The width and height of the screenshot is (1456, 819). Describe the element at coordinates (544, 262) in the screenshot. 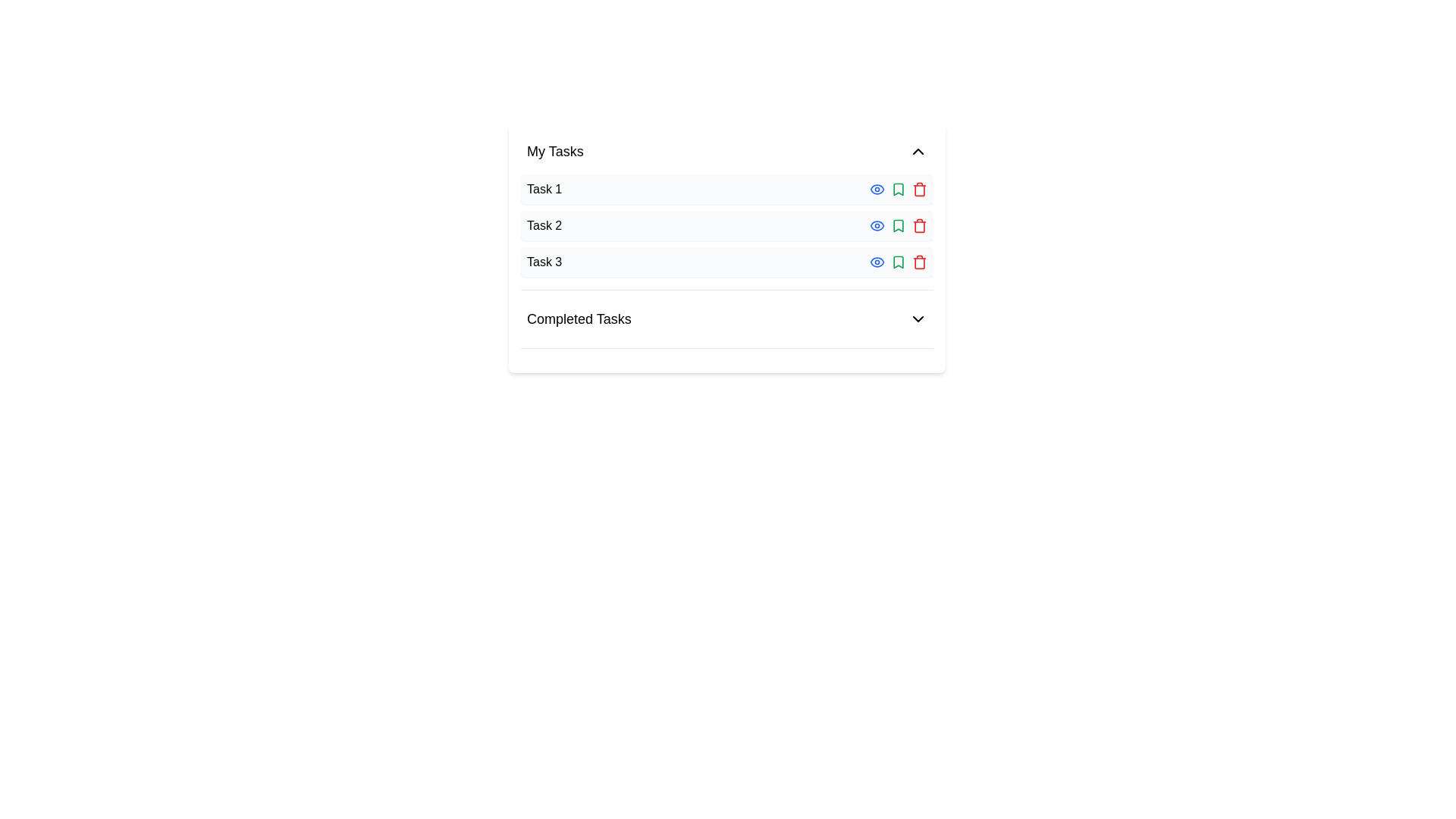

I see `the non-interactive text label that displays the title for the third task in the list, located below 'Task 2' and above the 'Completed Tasks' header` at that location.